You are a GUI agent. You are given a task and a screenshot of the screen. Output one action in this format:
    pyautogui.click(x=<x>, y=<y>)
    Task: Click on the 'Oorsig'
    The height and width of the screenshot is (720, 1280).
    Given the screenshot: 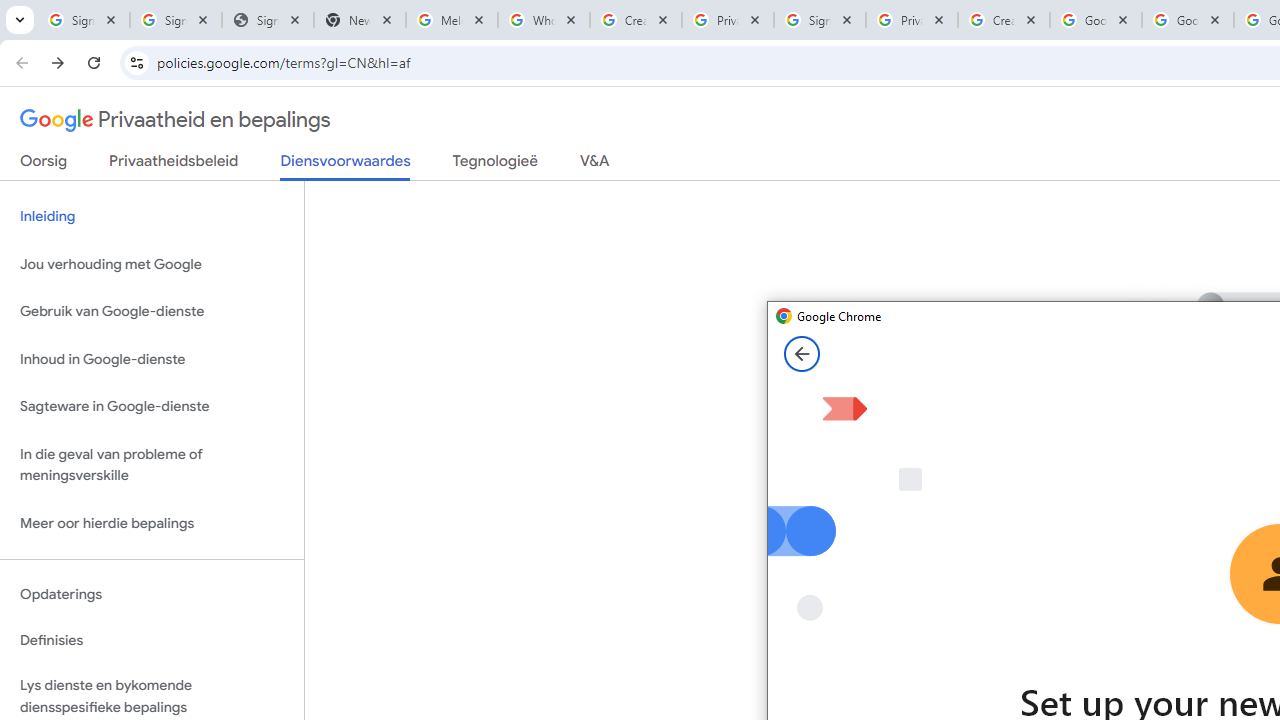 What is the action you would take?
    pyautogui.click(x=44, y=164)
    